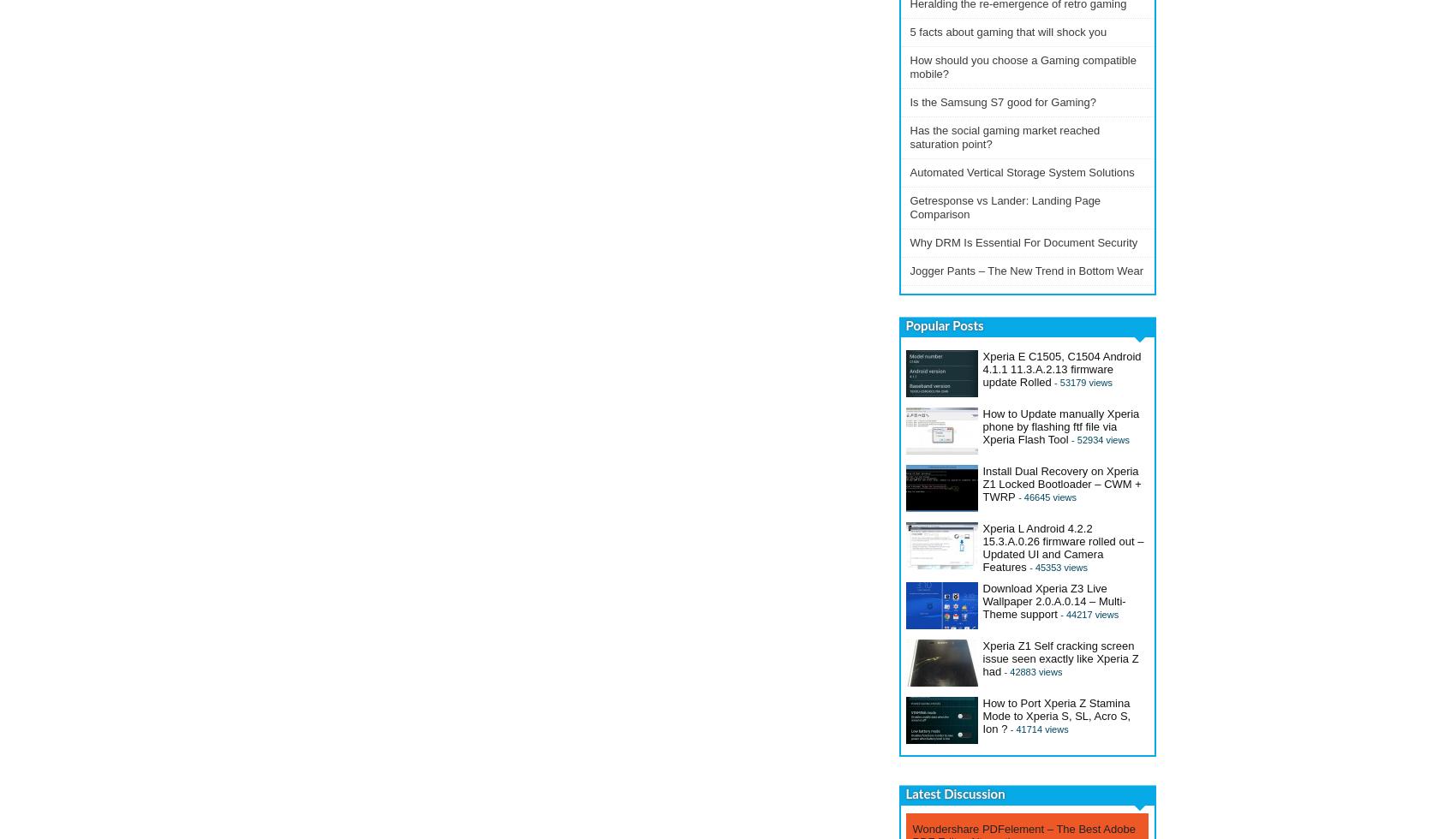  I want to click on 'Latest Discussion', so click(904, 794).